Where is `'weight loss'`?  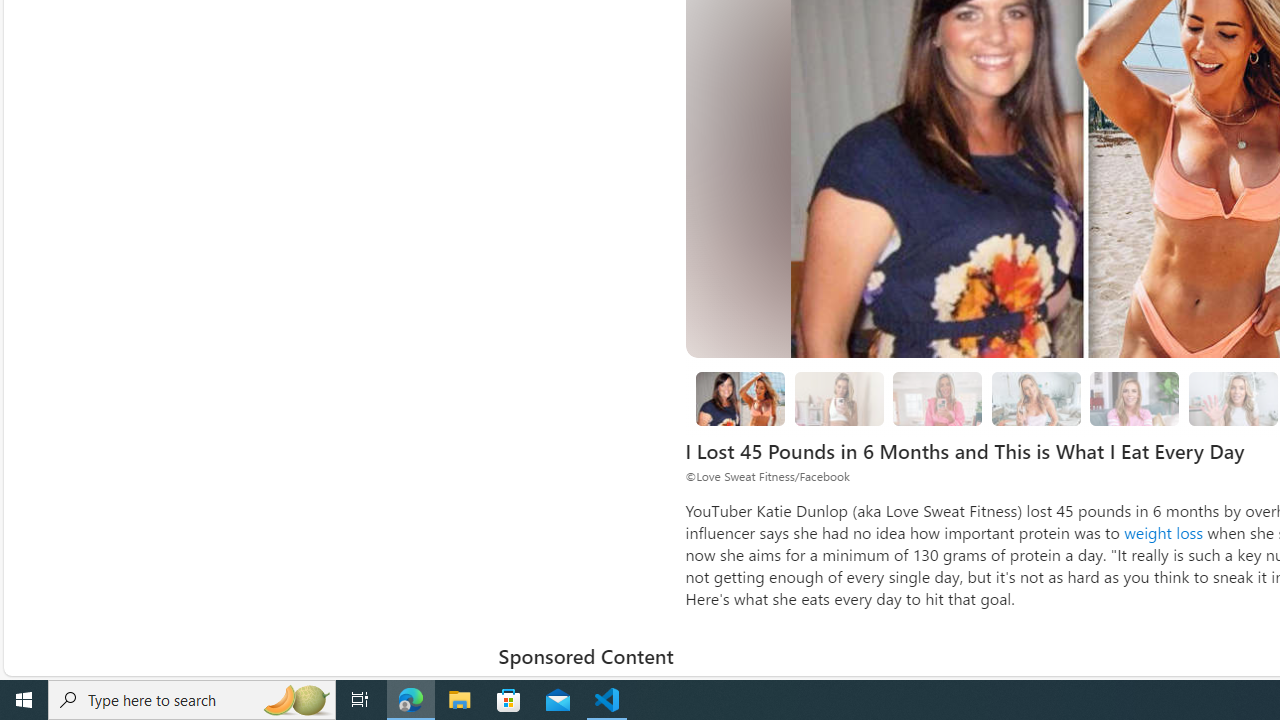
'weight loss' is located at coordinates (1164, 531).